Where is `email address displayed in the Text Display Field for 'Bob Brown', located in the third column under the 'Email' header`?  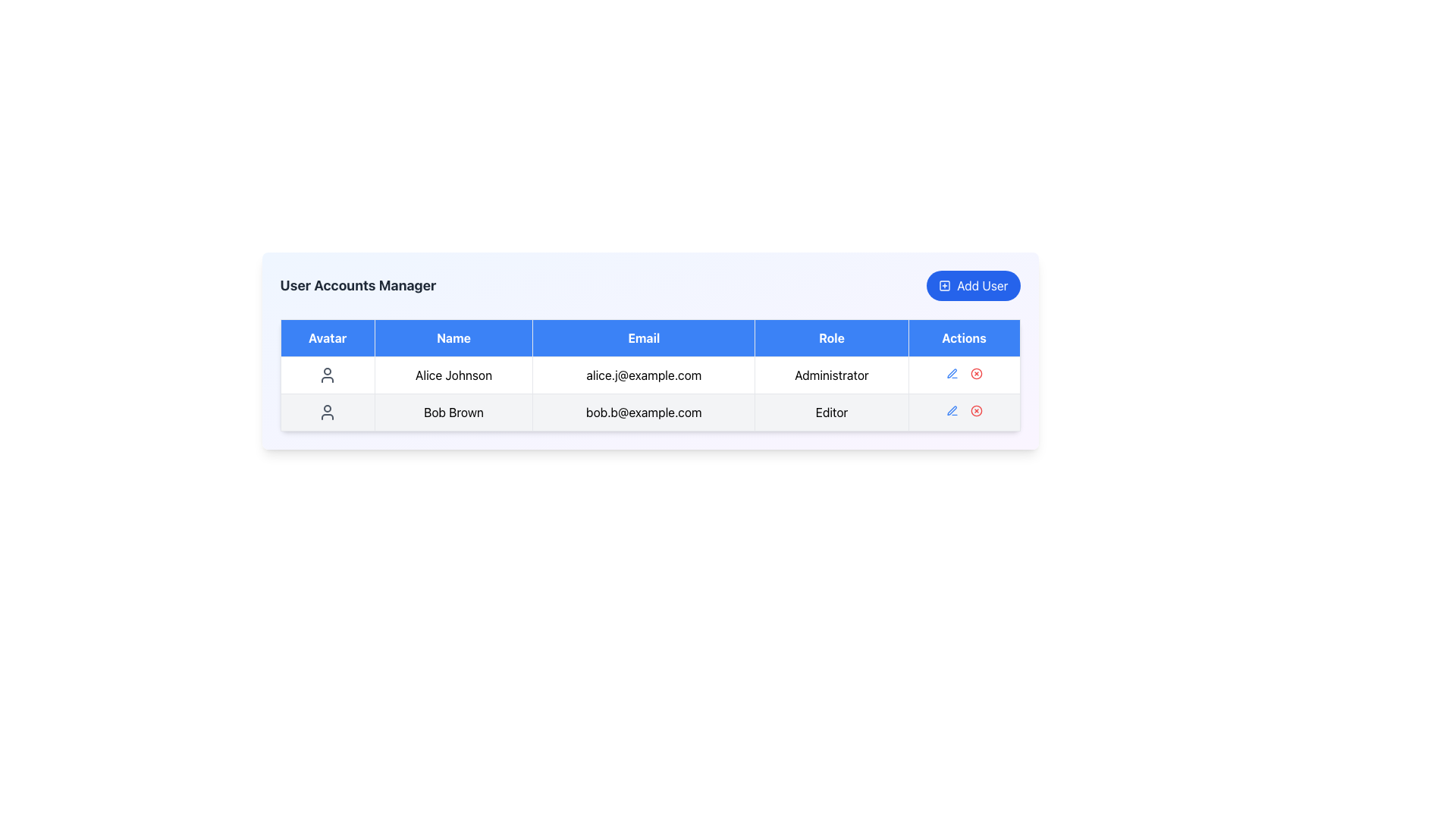 email address displayed in the Text Display Field for 'Bob Brown', located in the third column under the 'Email' header is located at coordinates (644, 412).